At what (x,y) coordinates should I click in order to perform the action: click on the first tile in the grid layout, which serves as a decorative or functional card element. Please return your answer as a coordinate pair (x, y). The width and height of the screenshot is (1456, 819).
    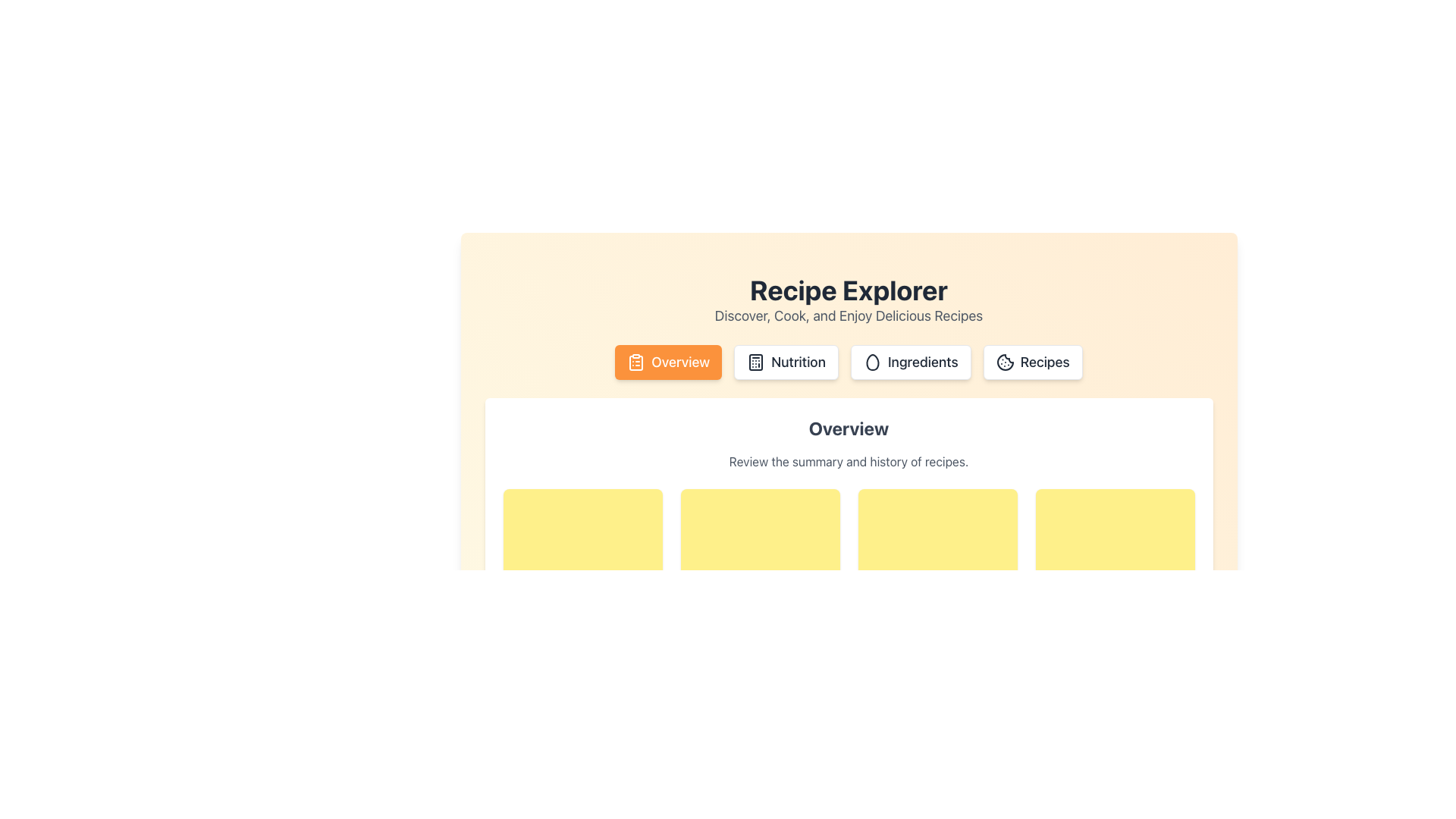
    Looking at the image, I should click on (582, 568).